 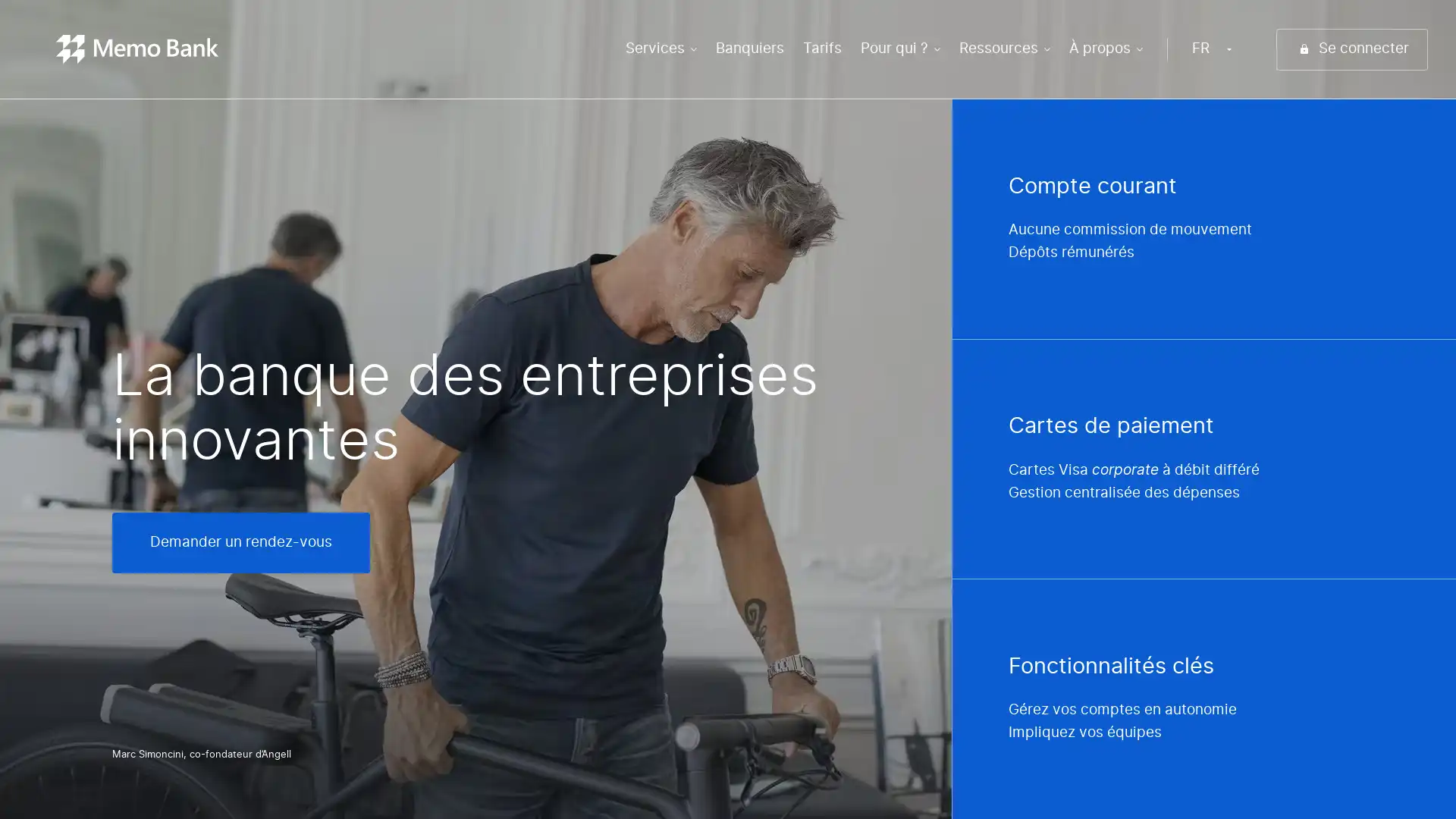 What do you see at coordinates (93, 742) in the screenshot?
I see `Choisir` at bounding box center [93, 742].